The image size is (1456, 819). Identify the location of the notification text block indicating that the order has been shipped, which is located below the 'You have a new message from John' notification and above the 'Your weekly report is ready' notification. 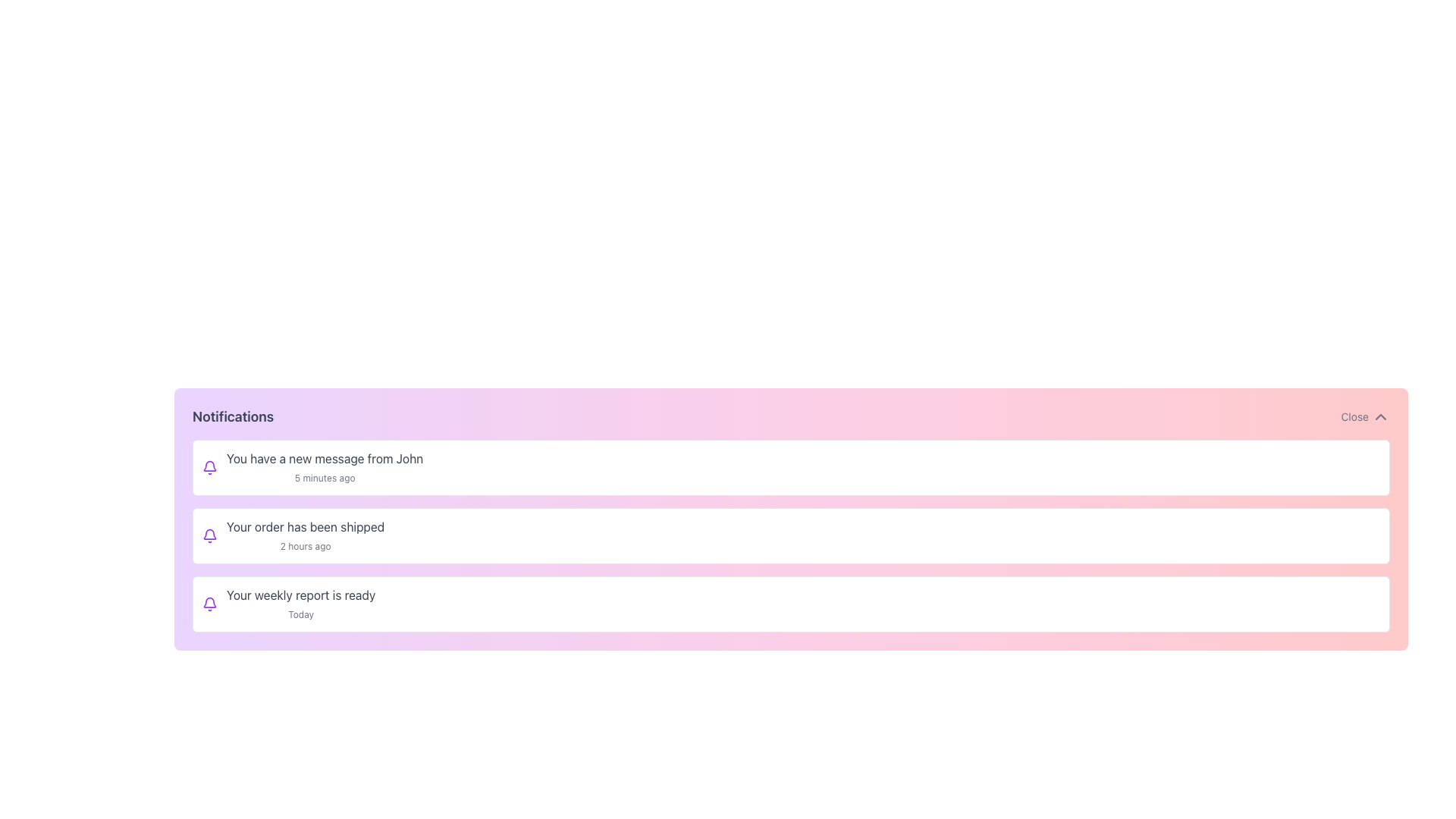
(305, 535).